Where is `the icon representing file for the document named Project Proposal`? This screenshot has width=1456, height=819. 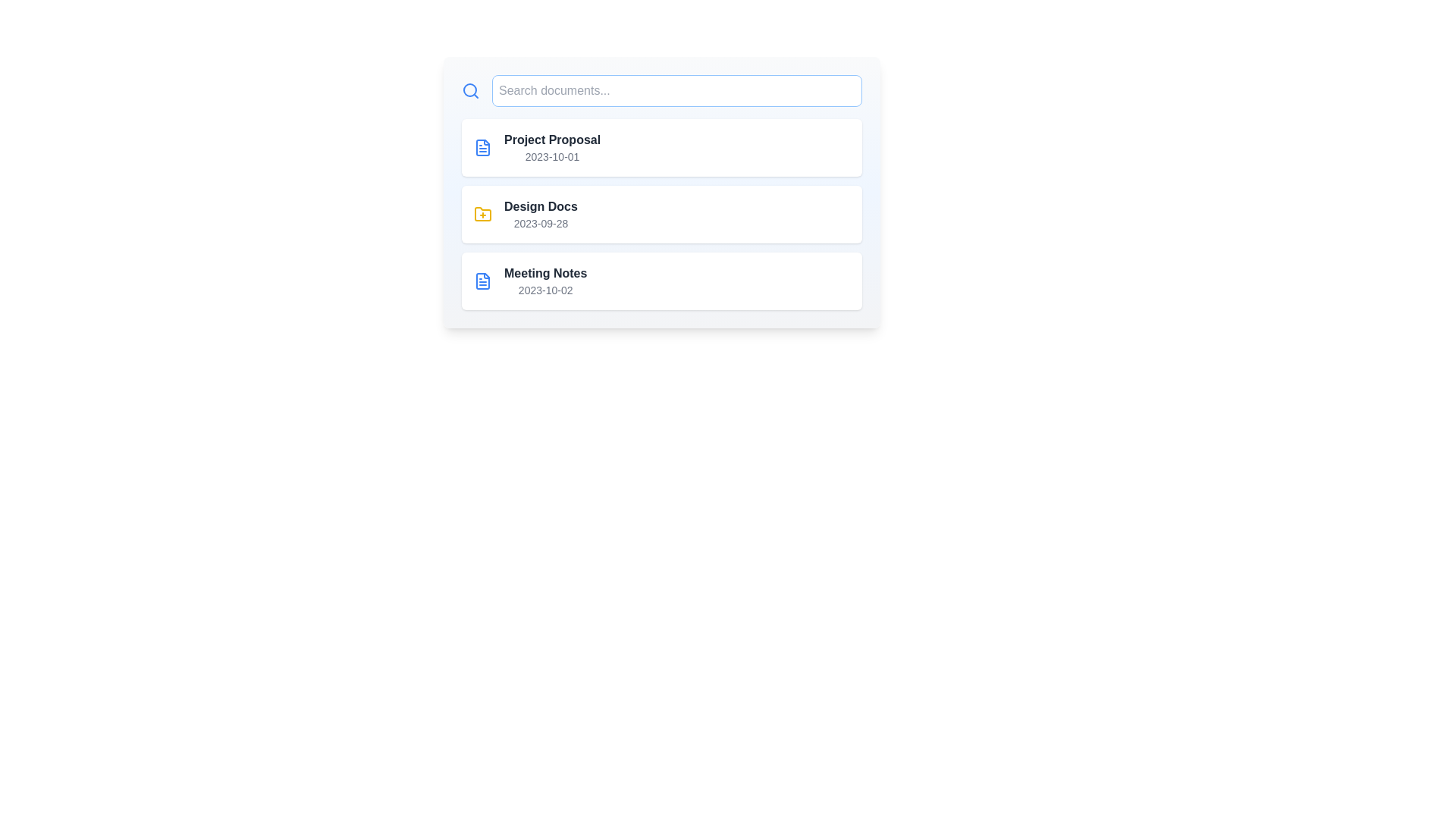
the icon representing file for the document named Project Proposal is located at coordinates (482, 148).